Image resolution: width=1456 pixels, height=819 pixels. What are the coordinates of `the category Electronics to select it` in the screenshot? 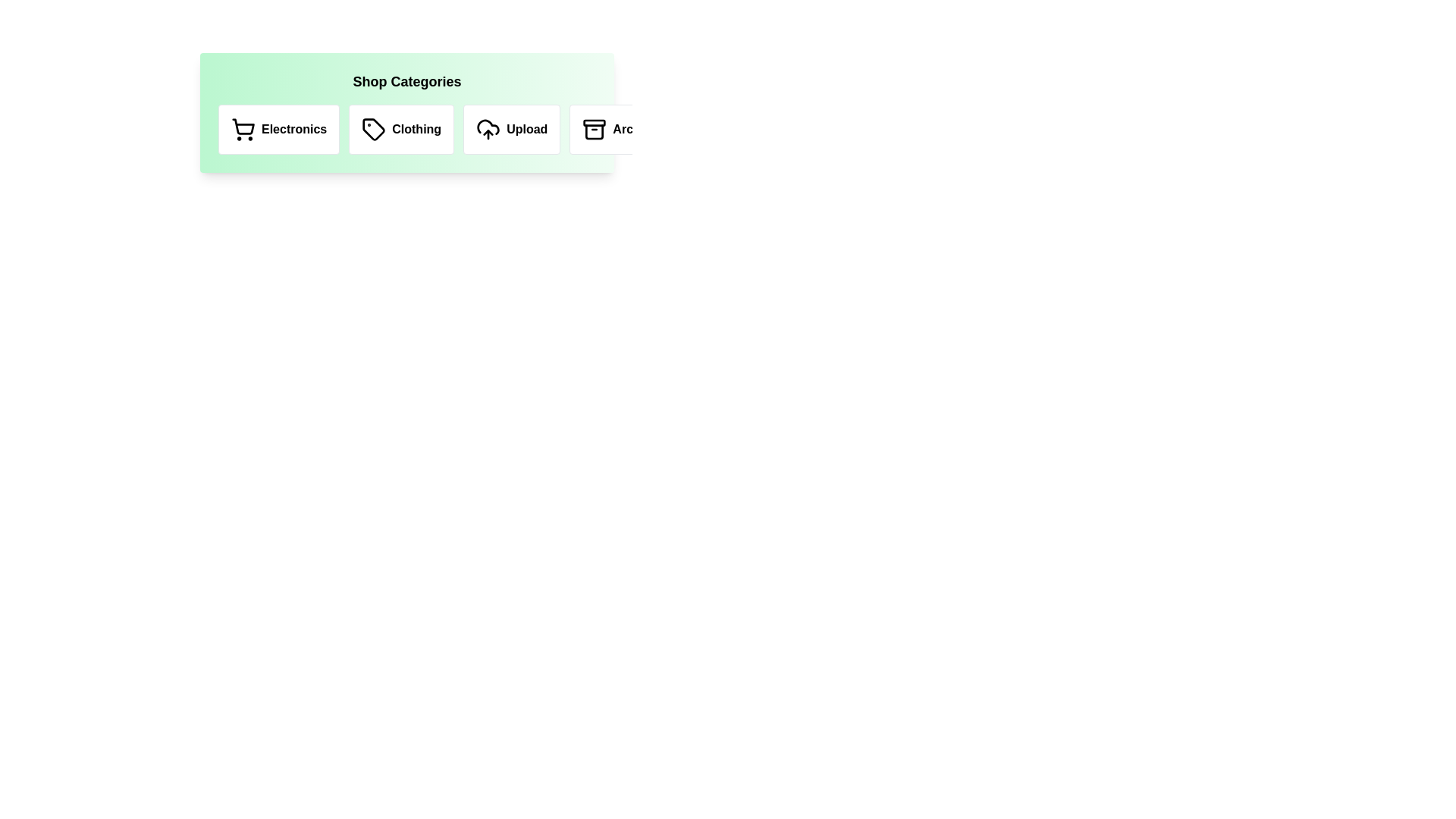 It's located at (279, 128).